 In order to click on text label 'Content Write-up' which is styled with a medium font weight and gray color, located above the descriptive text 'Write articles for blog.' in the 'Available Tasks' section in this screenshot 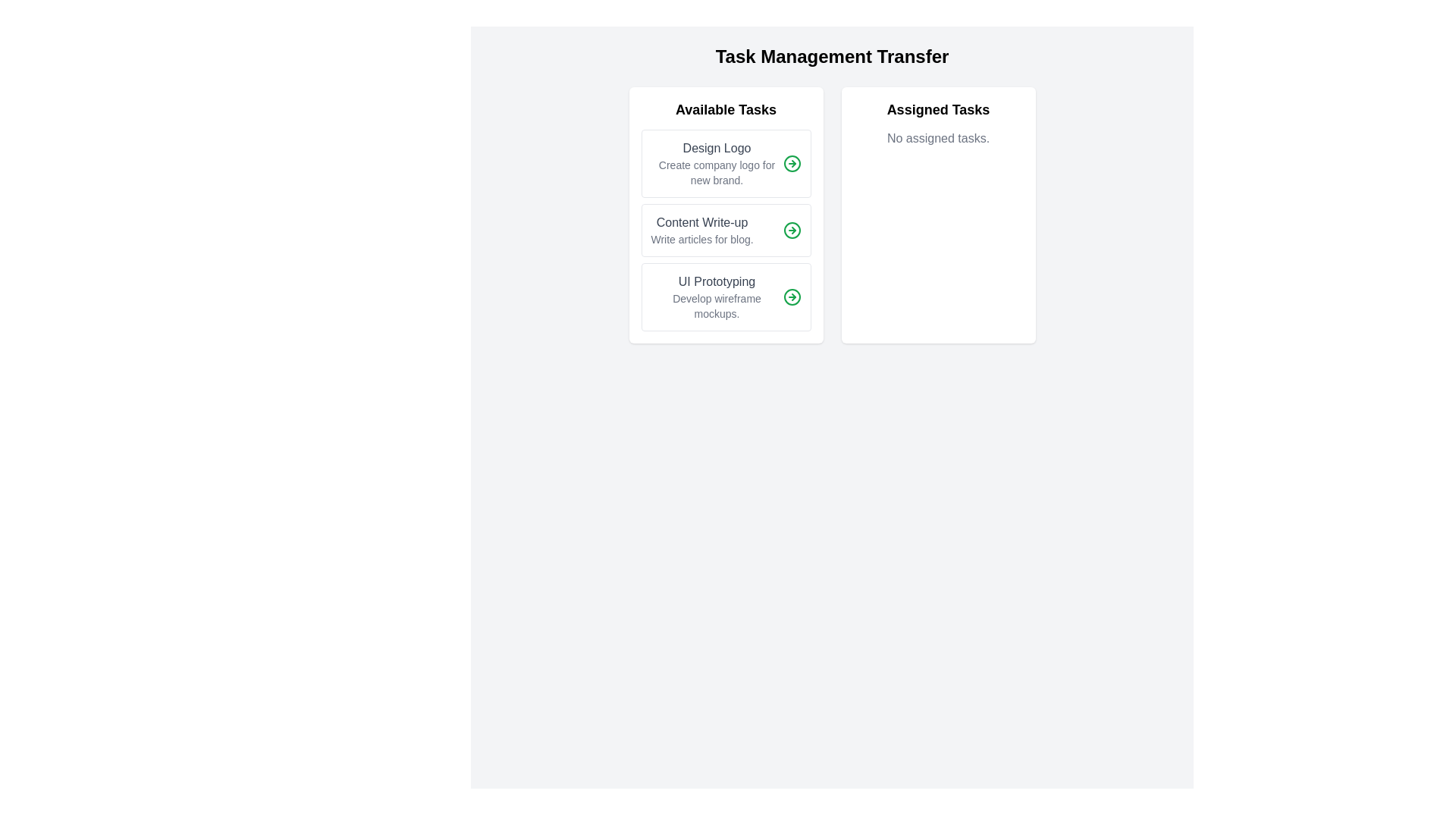, I will do `click(701, 222)`.